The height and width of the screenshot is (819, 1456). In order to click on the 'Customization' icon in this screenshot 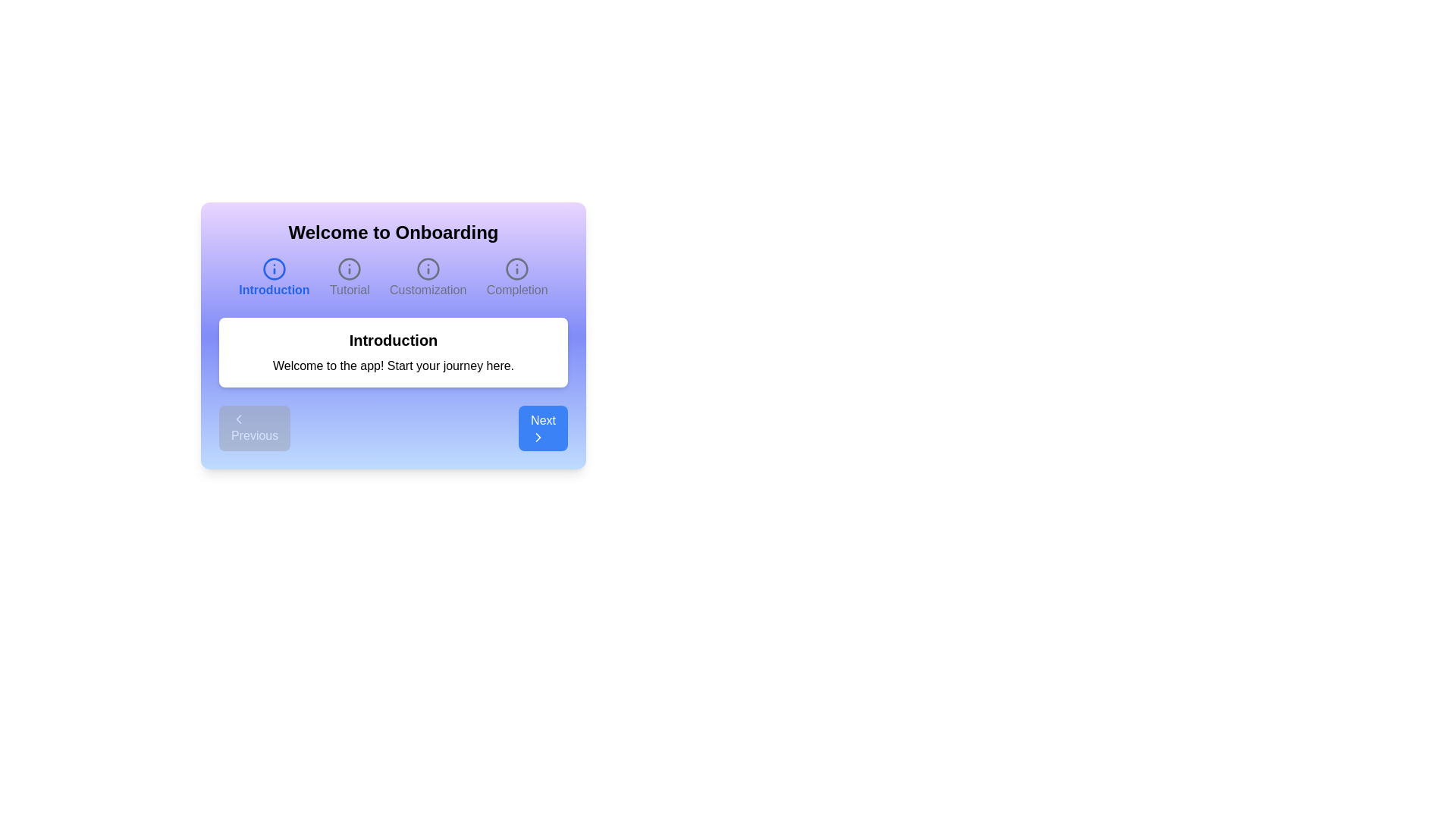, I will do `click(427, 268)`.